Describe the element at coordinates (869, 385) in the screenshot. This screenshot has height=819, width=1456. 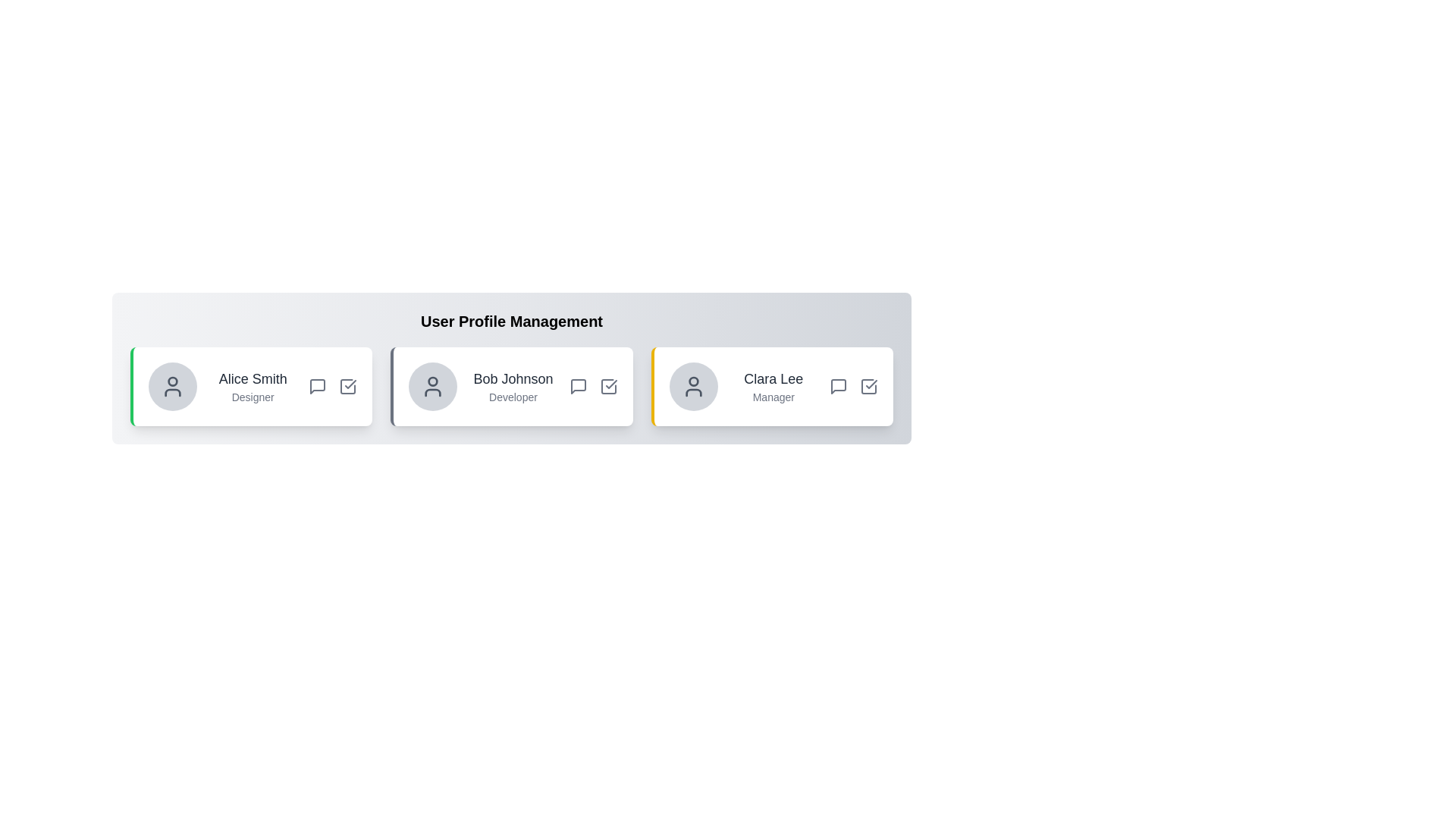
I see `the interactive icon with a check mark inside a square outline located at the top right corner of the card for user 'Clara Lee, Manager'` at that location.